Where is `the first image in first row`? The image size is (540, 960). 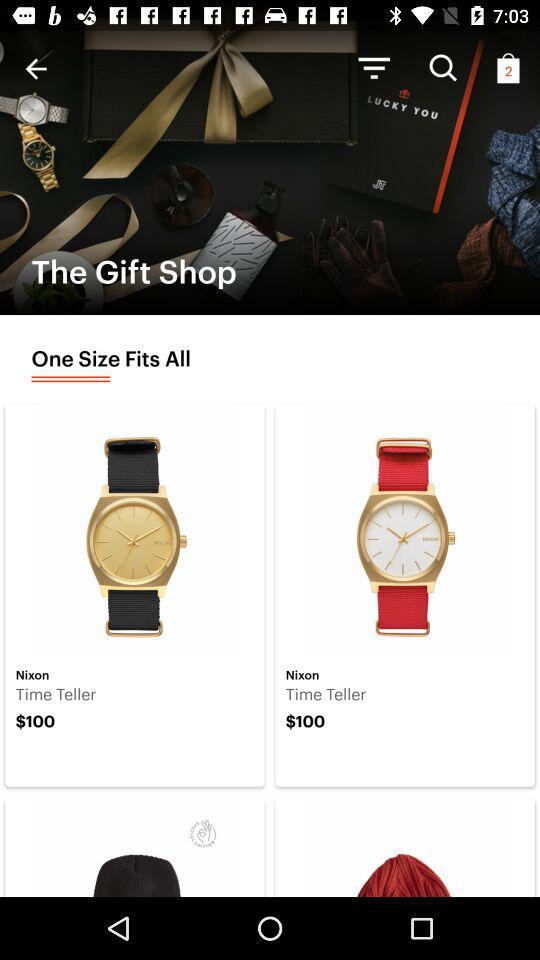 the first image in first row is located at coordinates (135, 529).